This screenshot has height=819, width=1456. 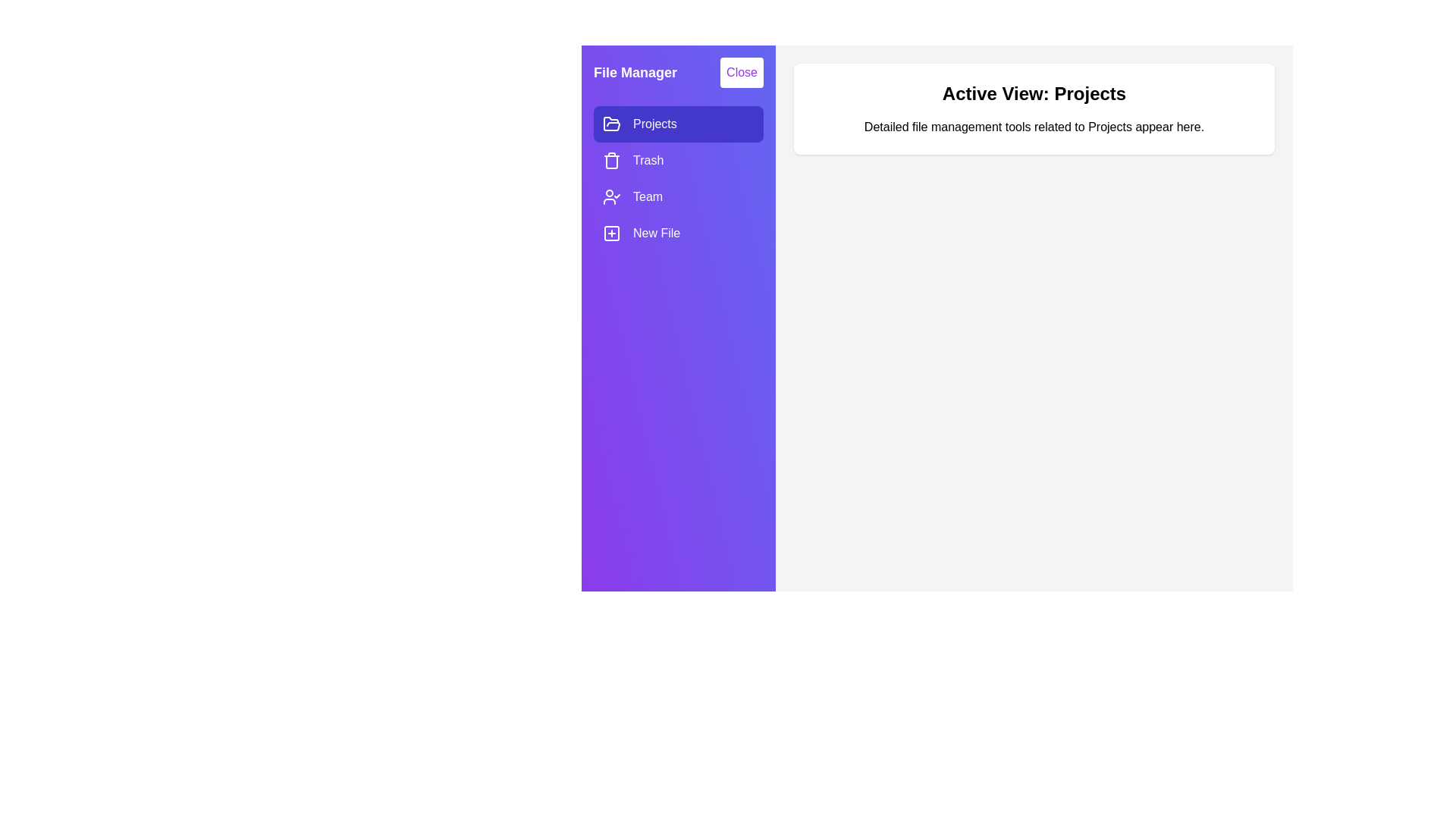 I want to click on the drawer item Projects to observe its hover effect, so click(x=677, y=124).